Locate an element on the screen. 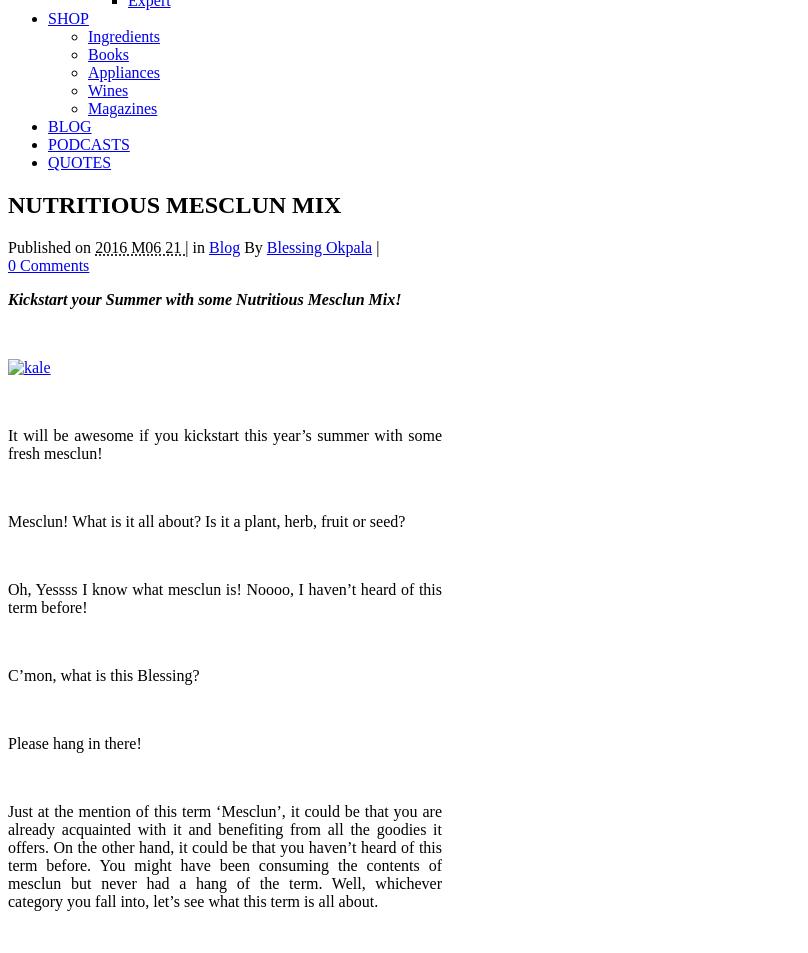  'Wines' is located at coordinates (107, 89).